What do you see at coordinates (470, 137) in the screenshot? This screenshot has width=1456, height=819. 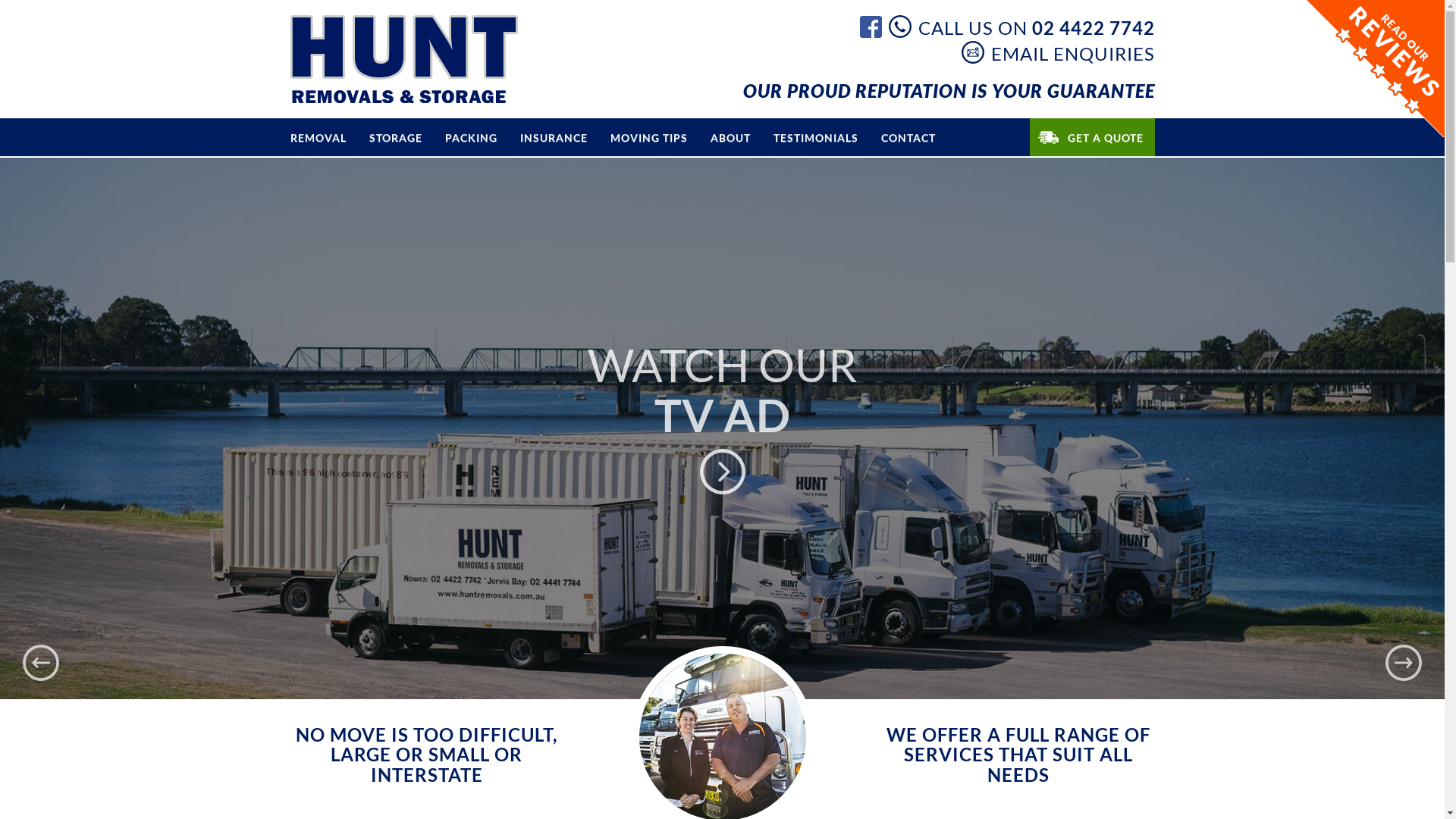 I see `'PACKING'` at bounding box center [470, 137].